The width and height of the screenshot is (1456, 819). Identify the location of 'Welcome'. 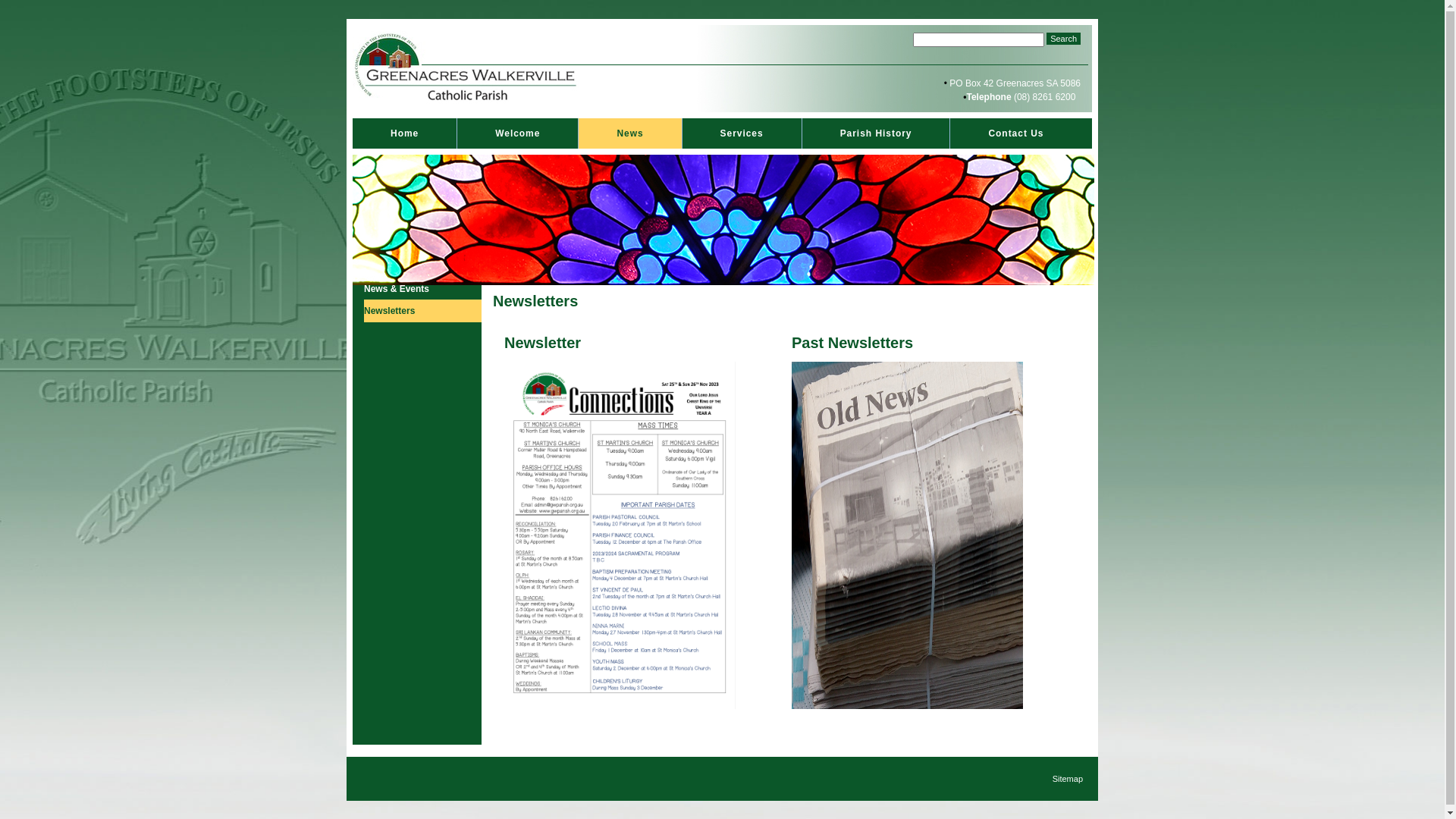
(517, 133).